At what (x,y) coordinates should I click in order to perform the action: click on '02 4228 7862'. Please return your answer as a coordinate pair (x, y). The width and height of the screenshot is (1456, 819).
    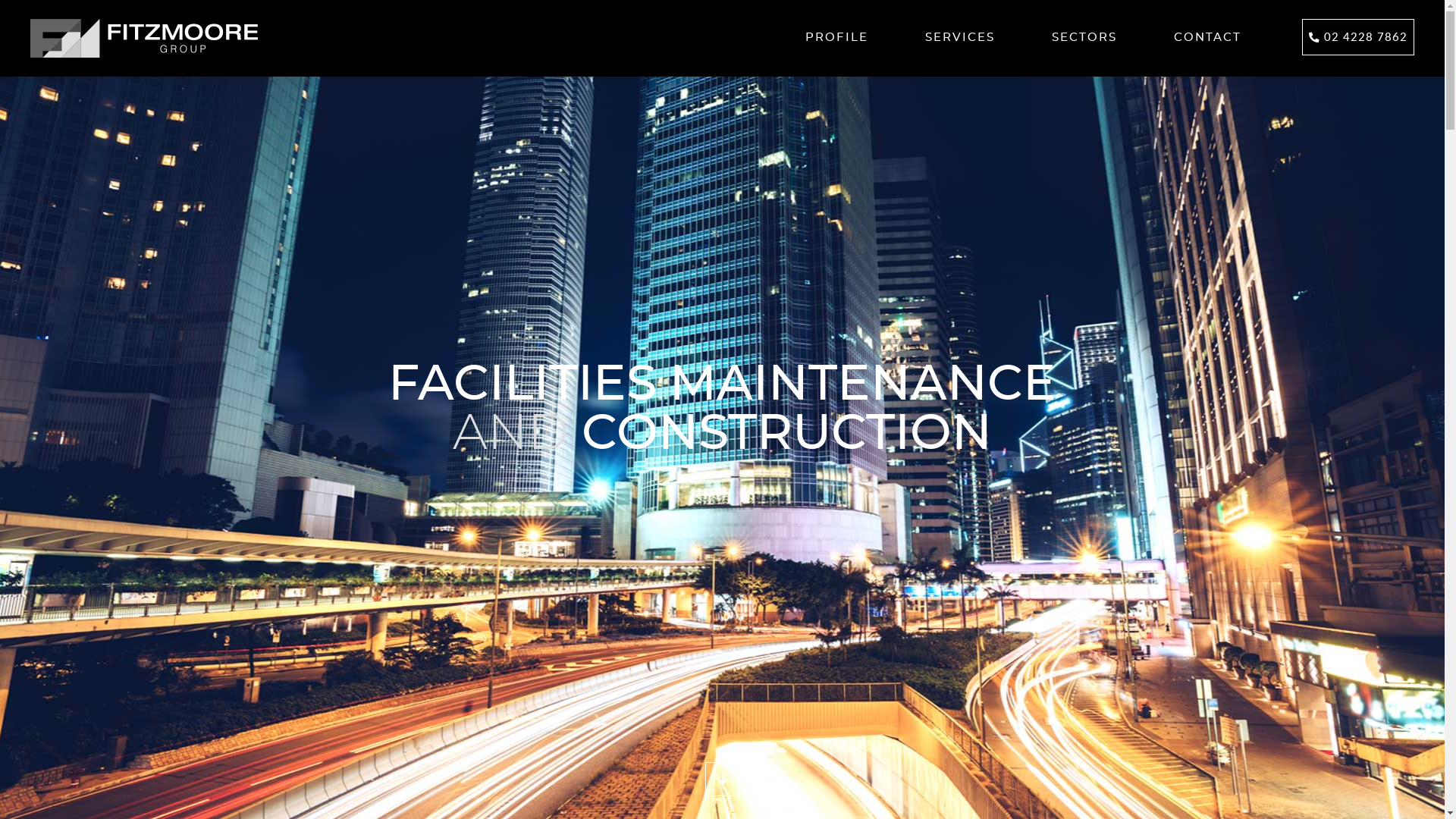
    Looking at the image, I should click on (1357, 36).